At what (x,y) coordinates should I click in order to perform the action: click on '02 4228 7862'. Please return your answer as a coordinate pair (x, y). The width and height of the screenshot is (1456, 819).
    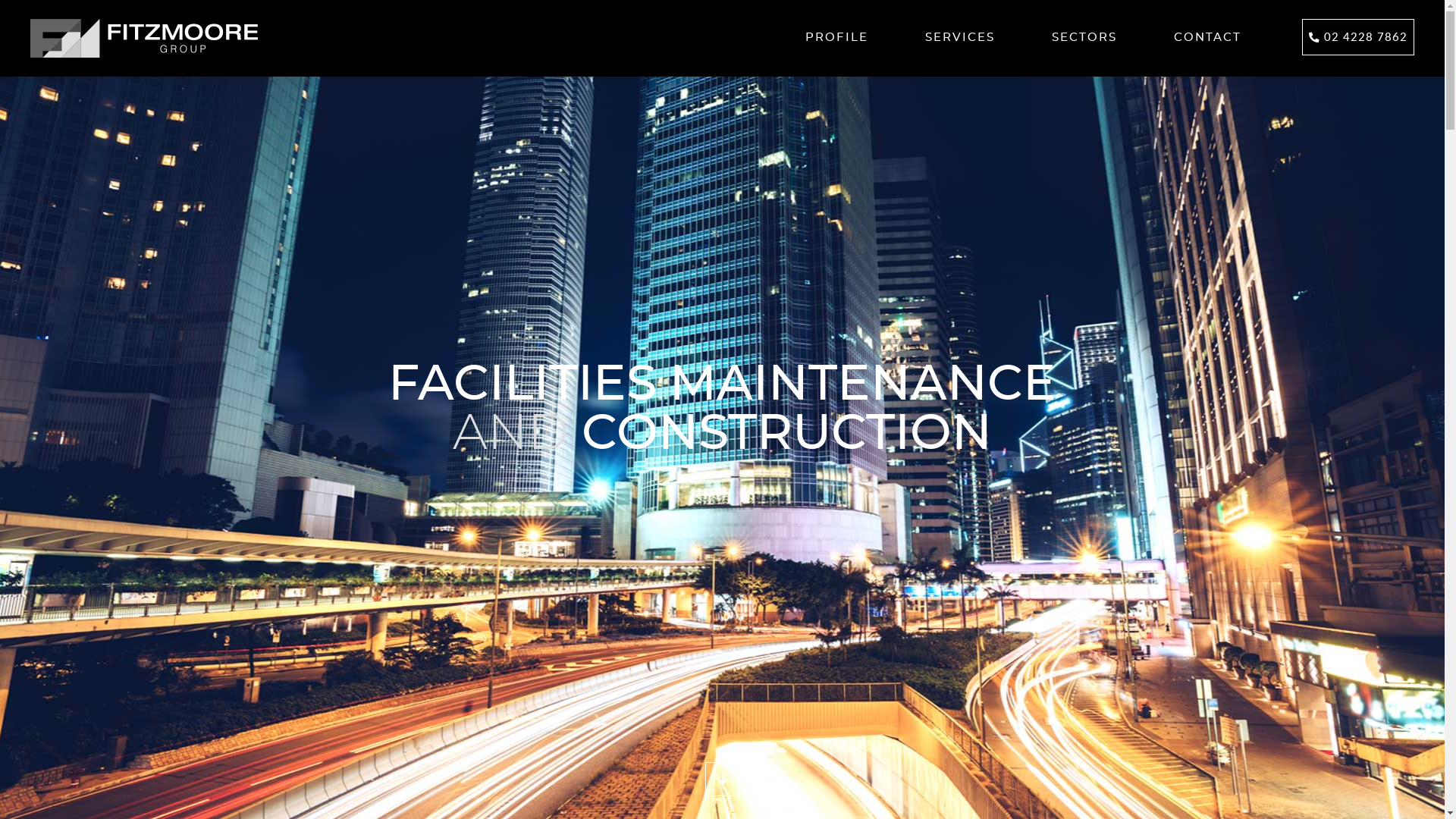
    Looking at the image, I should click on (1357, 36).